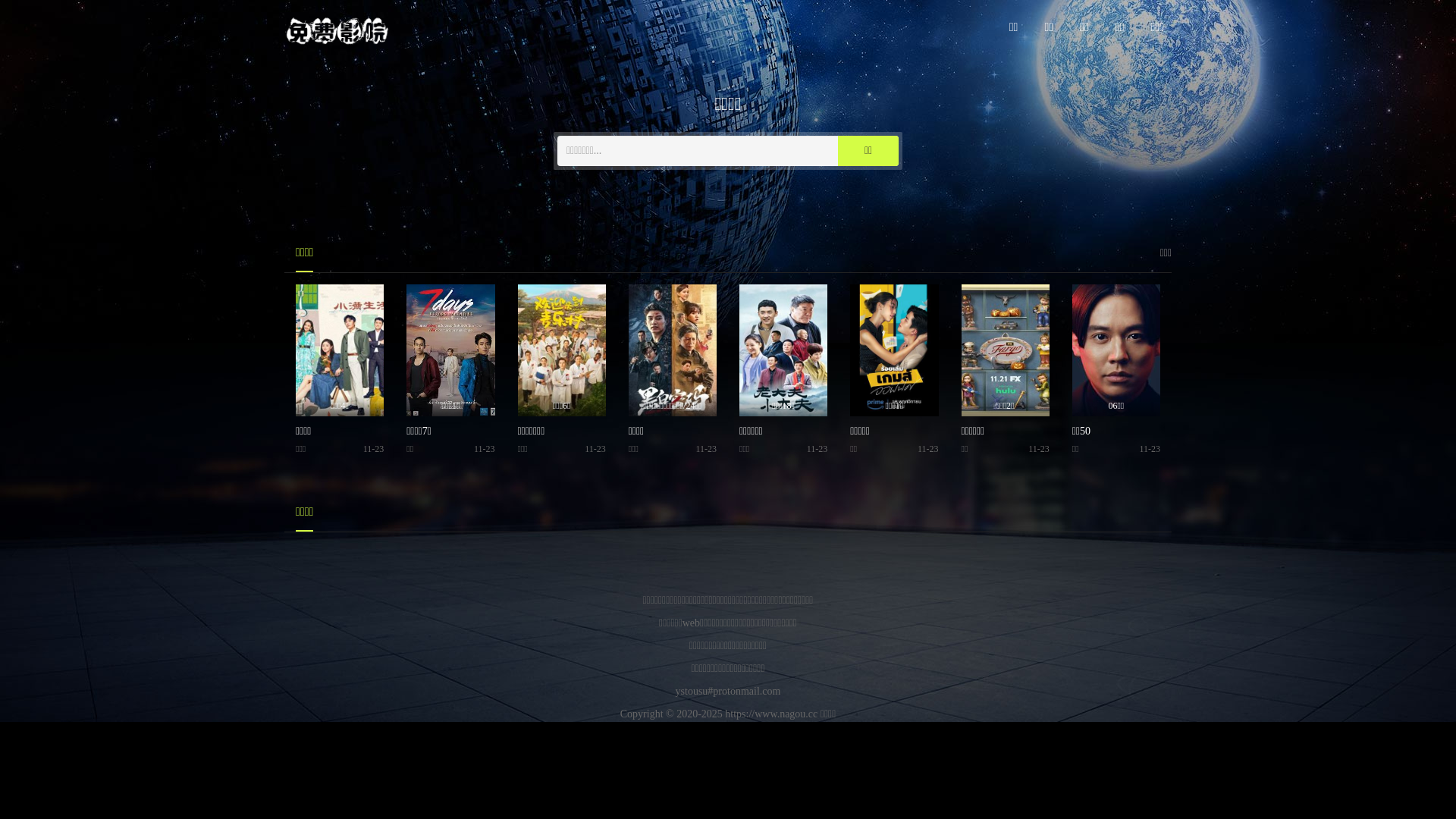 Image resolution: width=1456 pixels, height=819 pixels. Describe the element at coordinates (771, 714) in the screenshot. I see `'https://www.nagou.cc'` at that location.